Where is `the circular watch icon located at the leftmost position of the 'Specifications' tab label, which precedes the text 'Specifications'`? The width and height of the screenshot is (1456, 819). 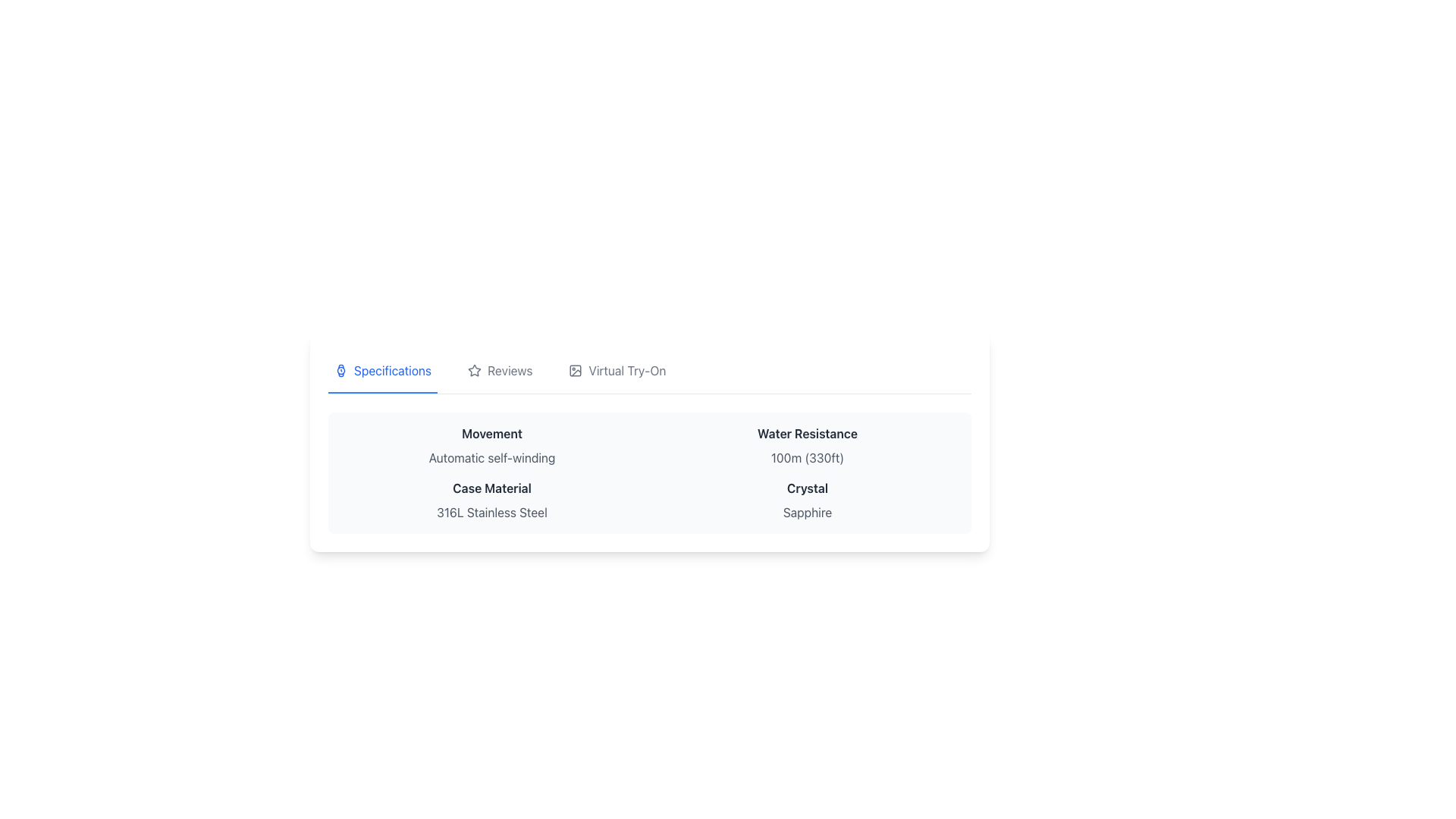
the circular watch icon located at the leftmost position of the 'Specifications' tab label, which precedes the text 'Specifications' is located at coordinates (340, 371).